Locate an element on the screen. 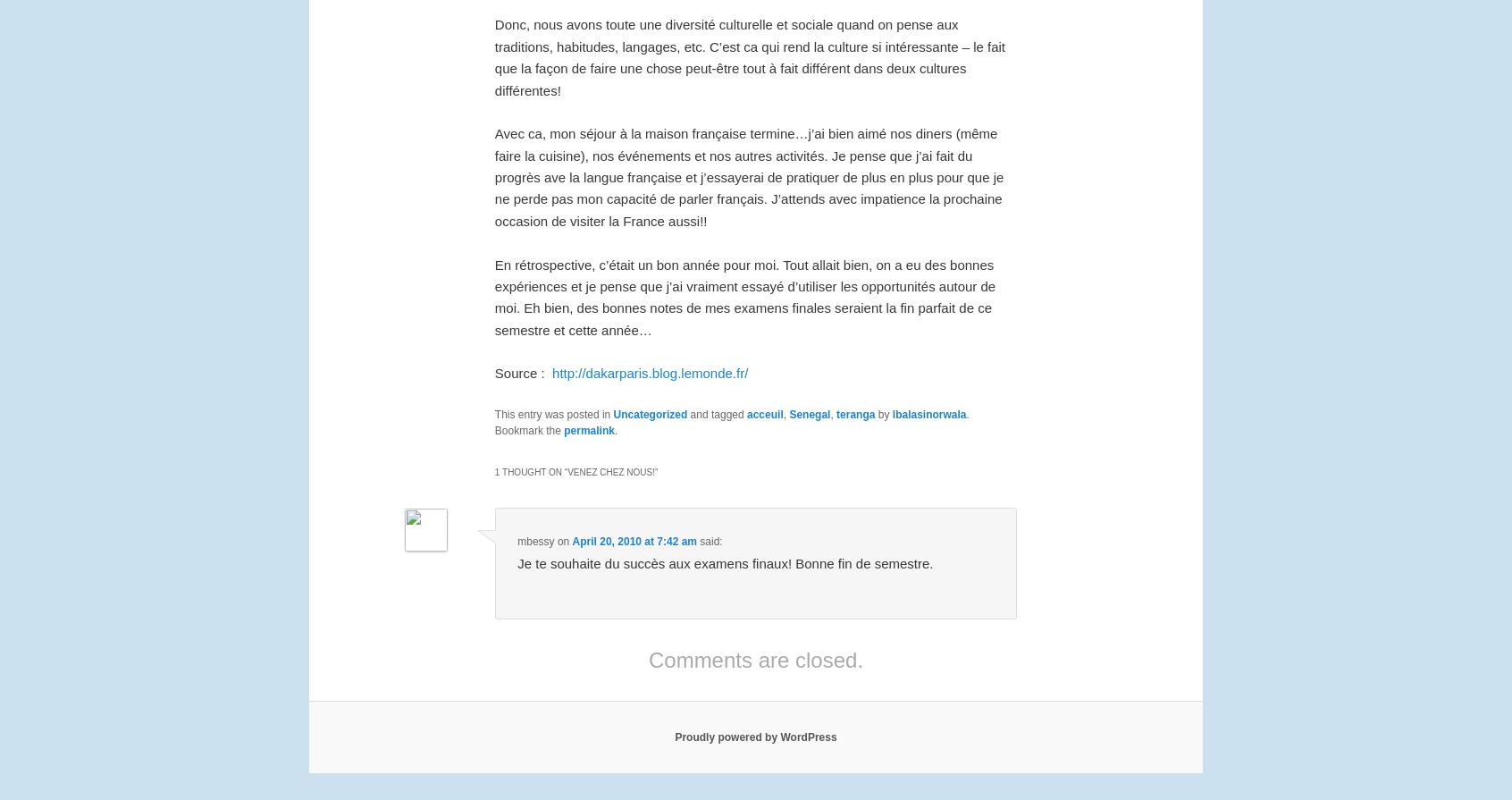  '1 thought on “' is located at coordinates (530, 470).